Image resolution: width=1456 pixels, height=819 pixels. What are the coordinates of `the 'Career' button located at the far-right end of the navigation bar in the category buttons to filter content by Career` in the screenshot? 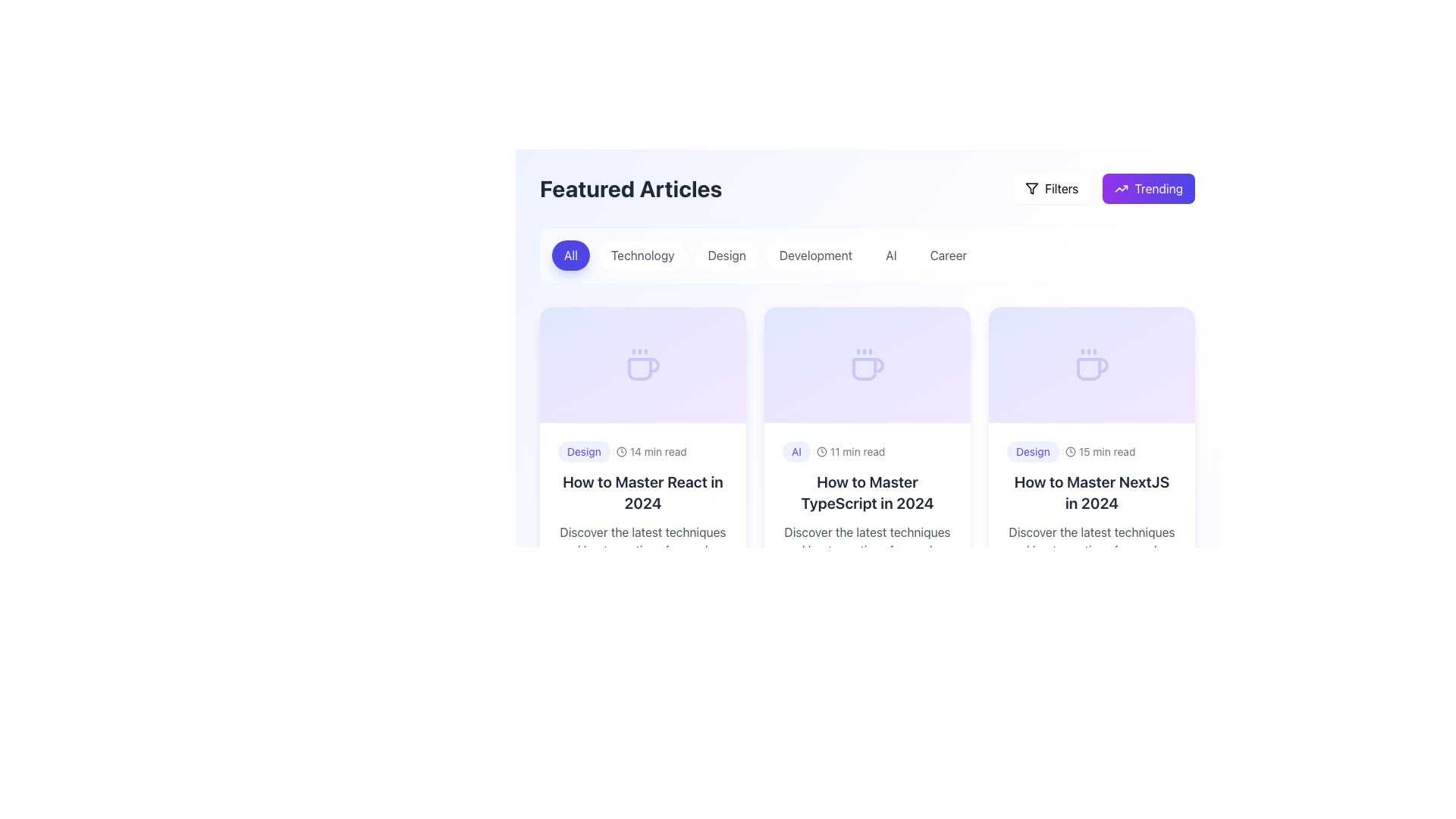 It's located at (946, 254).